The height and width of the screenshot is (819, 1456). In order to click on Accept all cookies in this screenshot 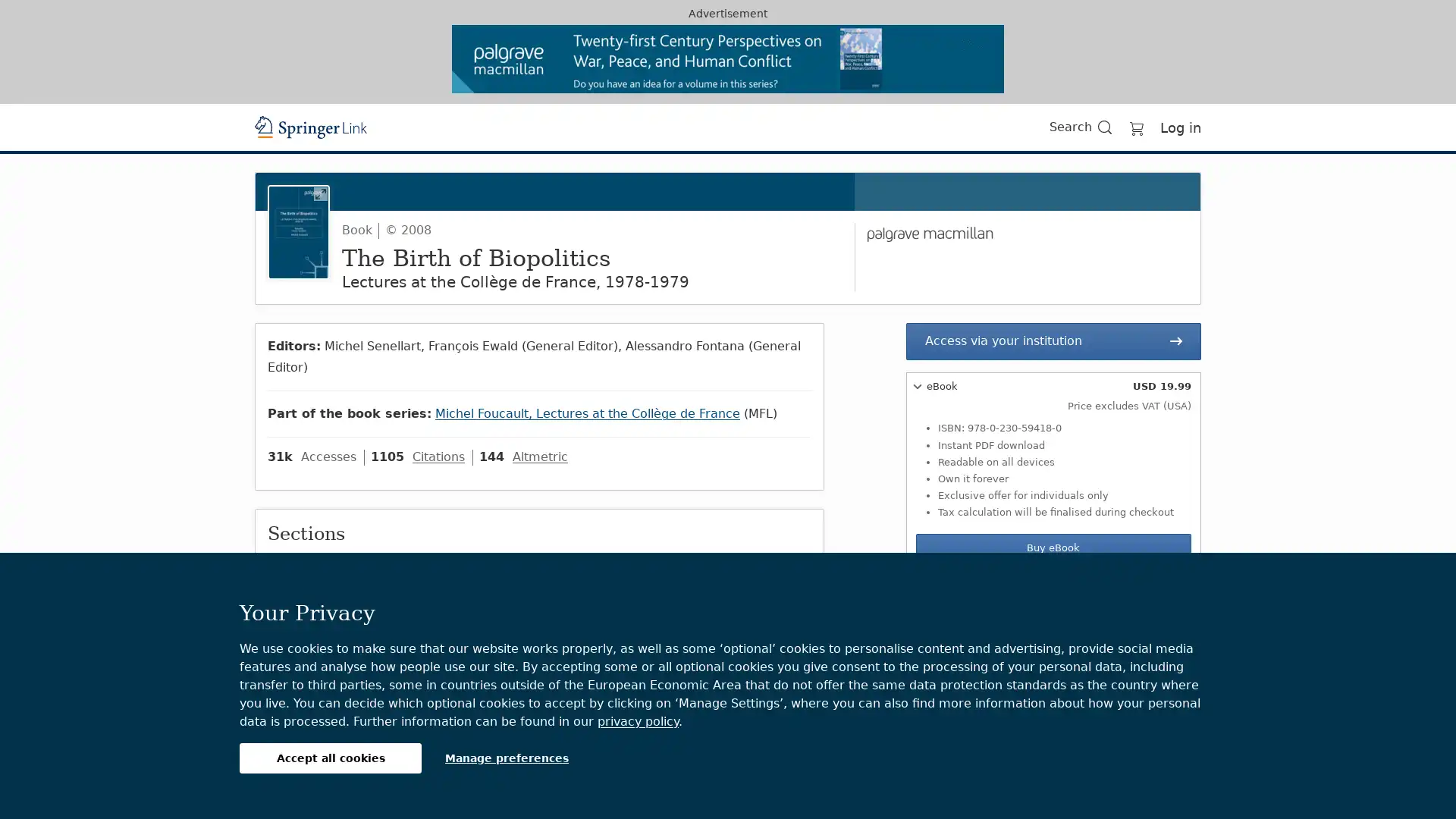, I will do `click(330, 758)`.